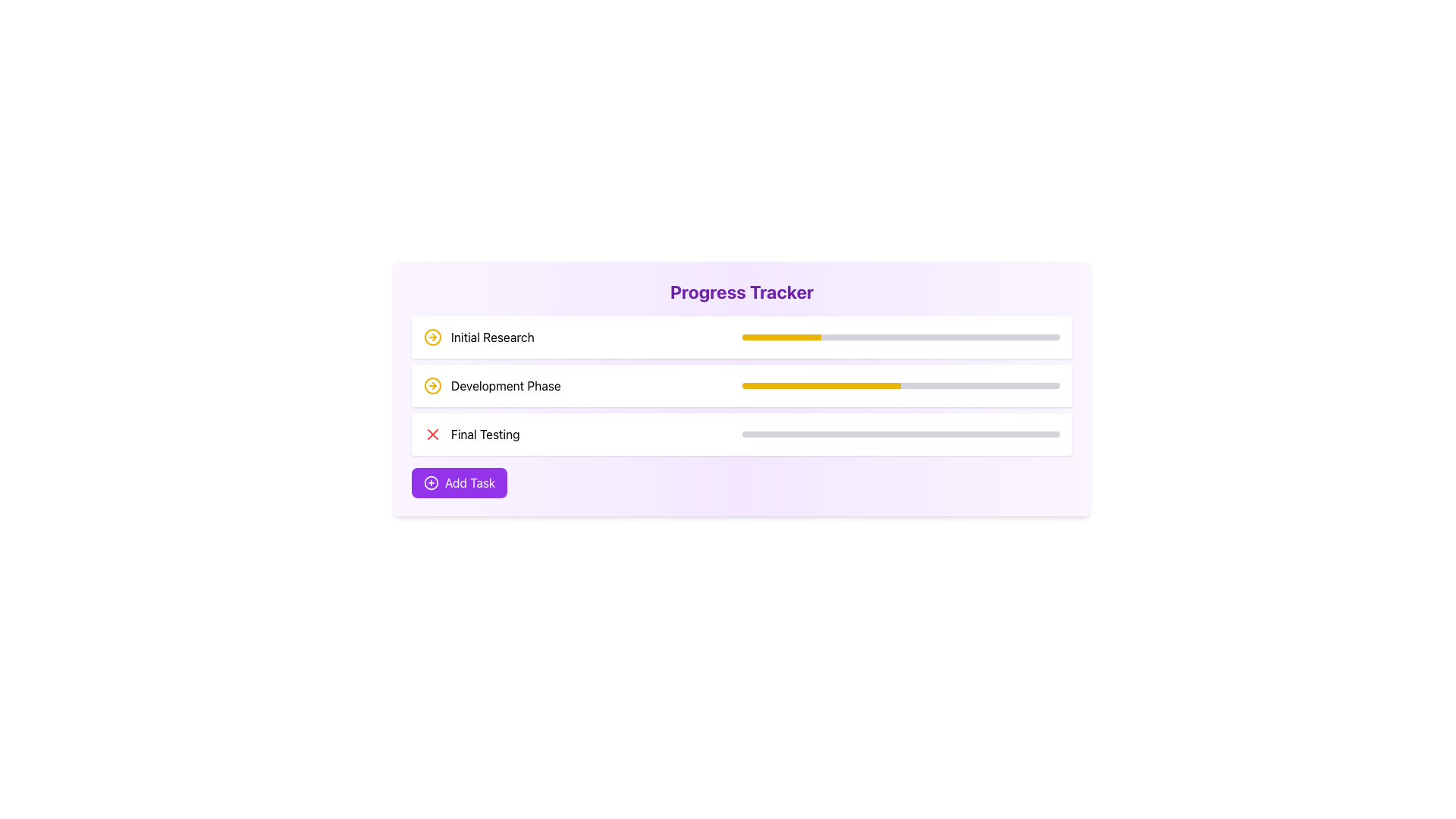 This screenshot has height=819, width=1456. Describe the element at coordinates (432, 435) in the screenshot. I see `the red 'X' icon element that signifies a delete action, located to the left of the text 'Final Testing'` at that location.